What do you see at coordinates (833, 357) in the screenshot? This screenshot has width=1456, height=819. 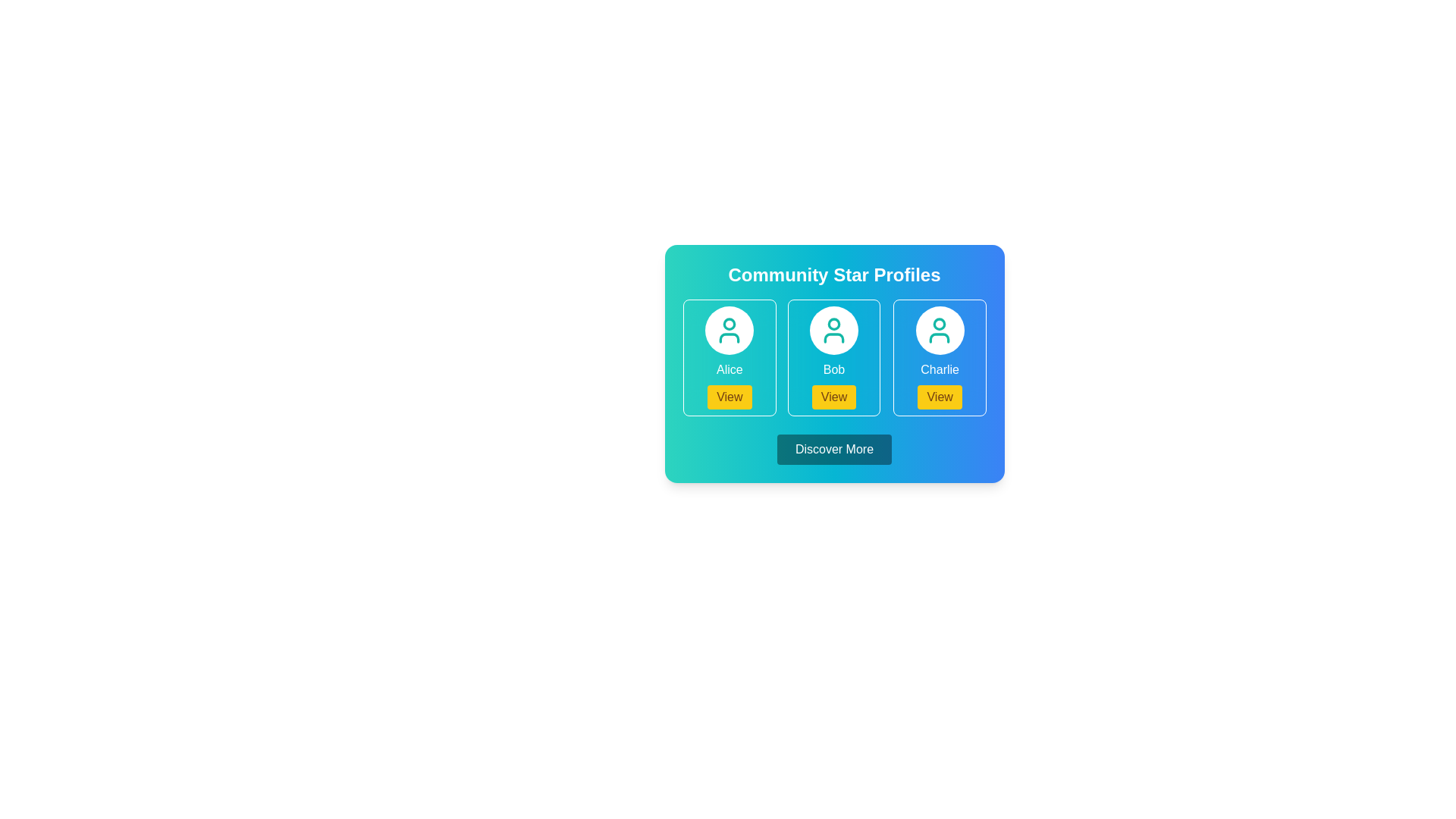 I see `the 'View' button on the interactive profile card for user 'Bob' located centrally within the 'Community Star Profiles' grid layout` at bounding box center [833, 357].